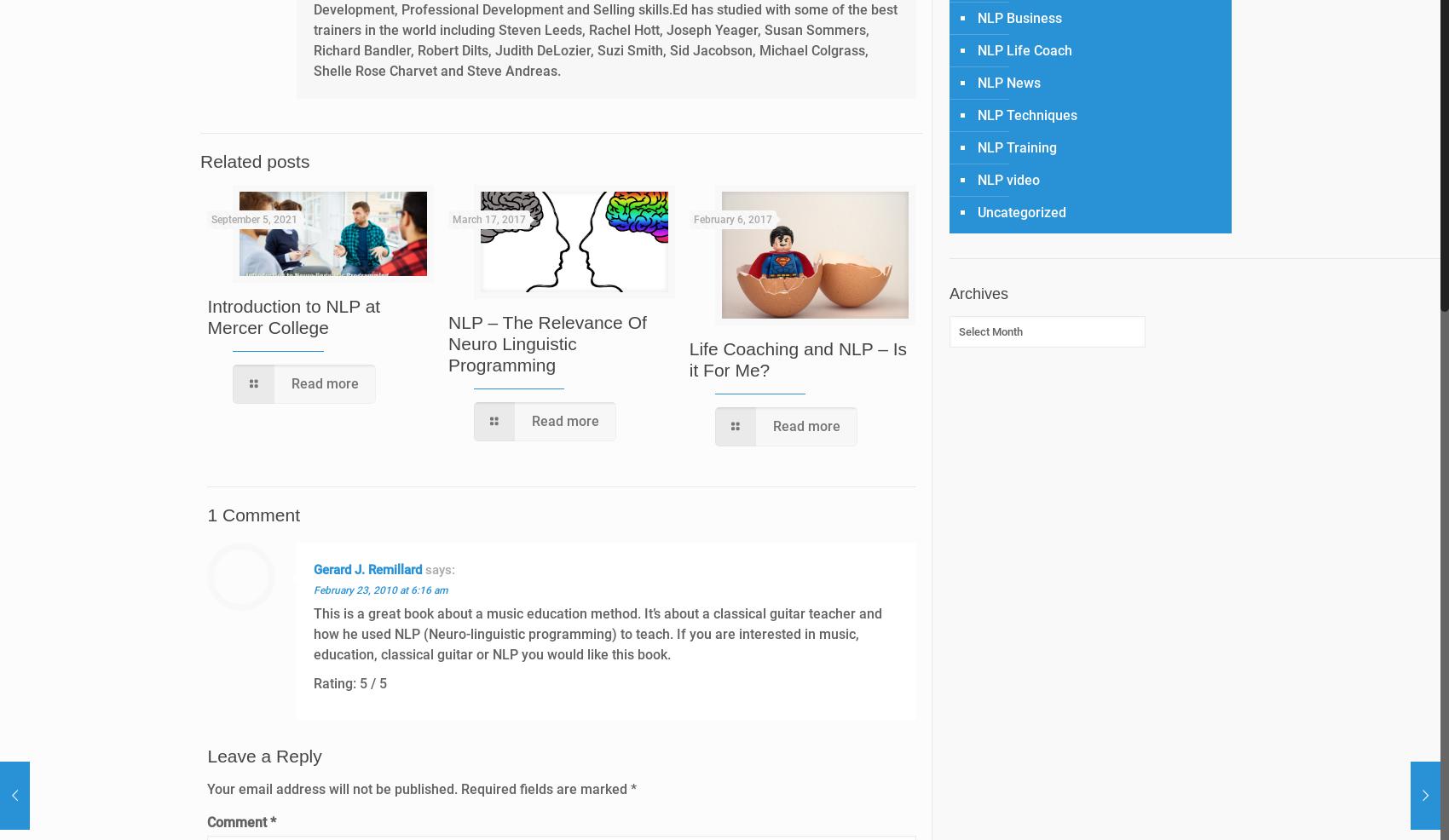  Describe the element at coordinates (1019, 17) in the screenshot. I see `'NLP Business'` at that location.